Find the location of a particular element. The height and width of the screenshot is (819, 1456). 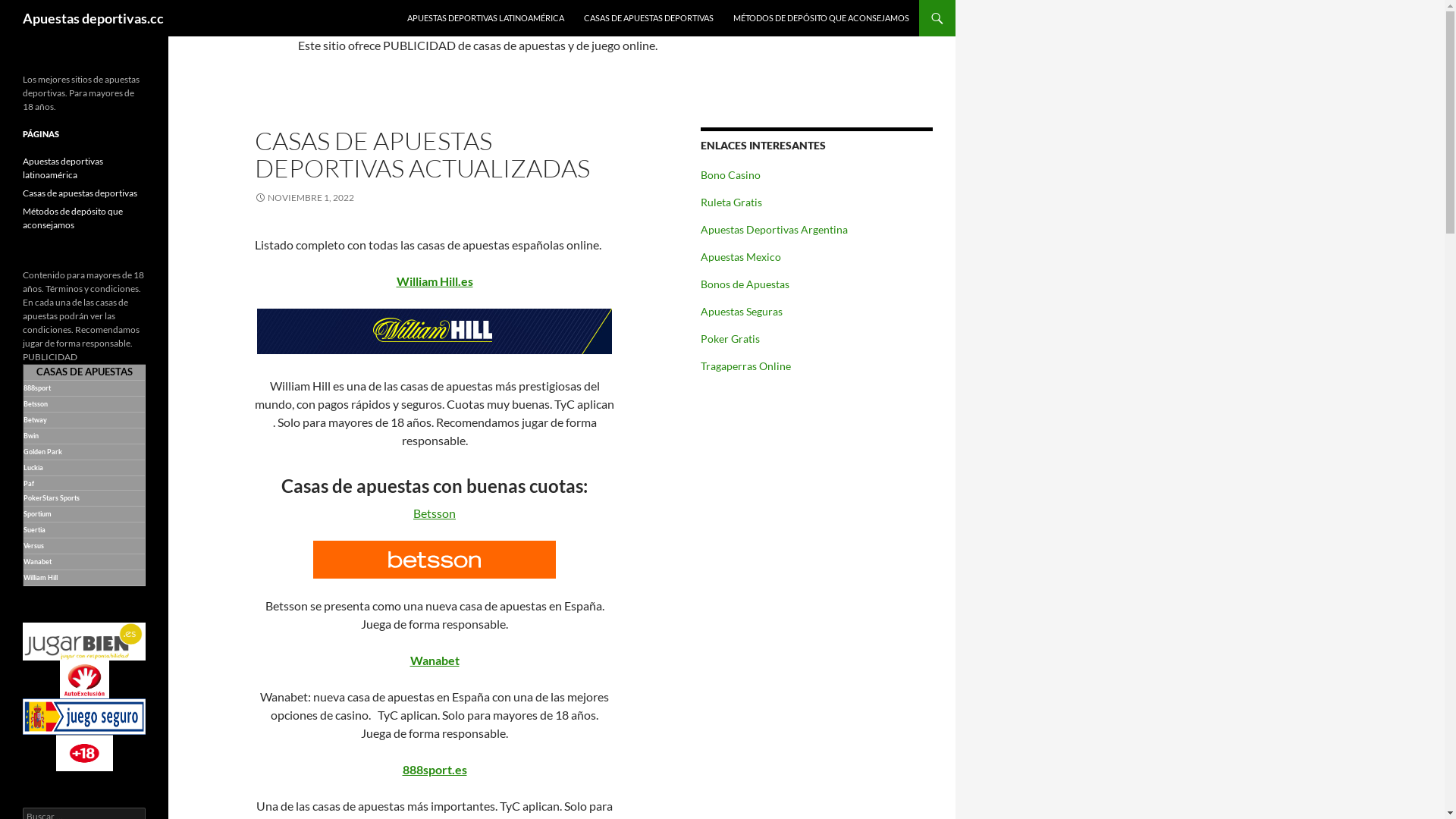

'Apuestas Seguras' is located at coordinates (742, 310).